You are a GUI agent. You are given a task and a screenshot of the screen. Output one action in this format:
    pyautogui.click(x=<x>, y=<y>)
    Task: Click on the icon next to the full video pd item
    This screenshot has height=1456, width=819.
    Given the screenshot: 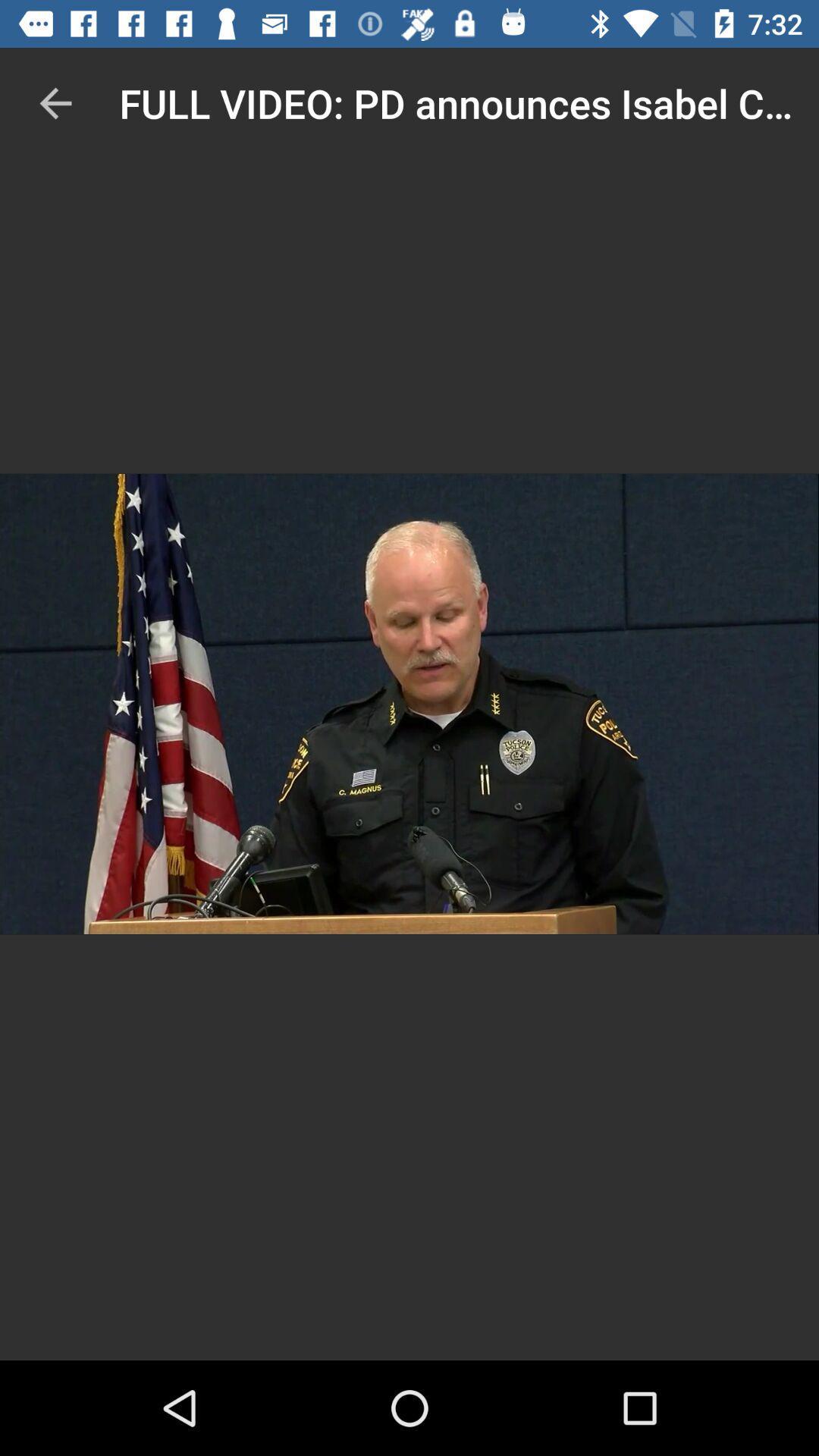 What is the action you would take?
    pyautogui.click(x=55, y=102)
    